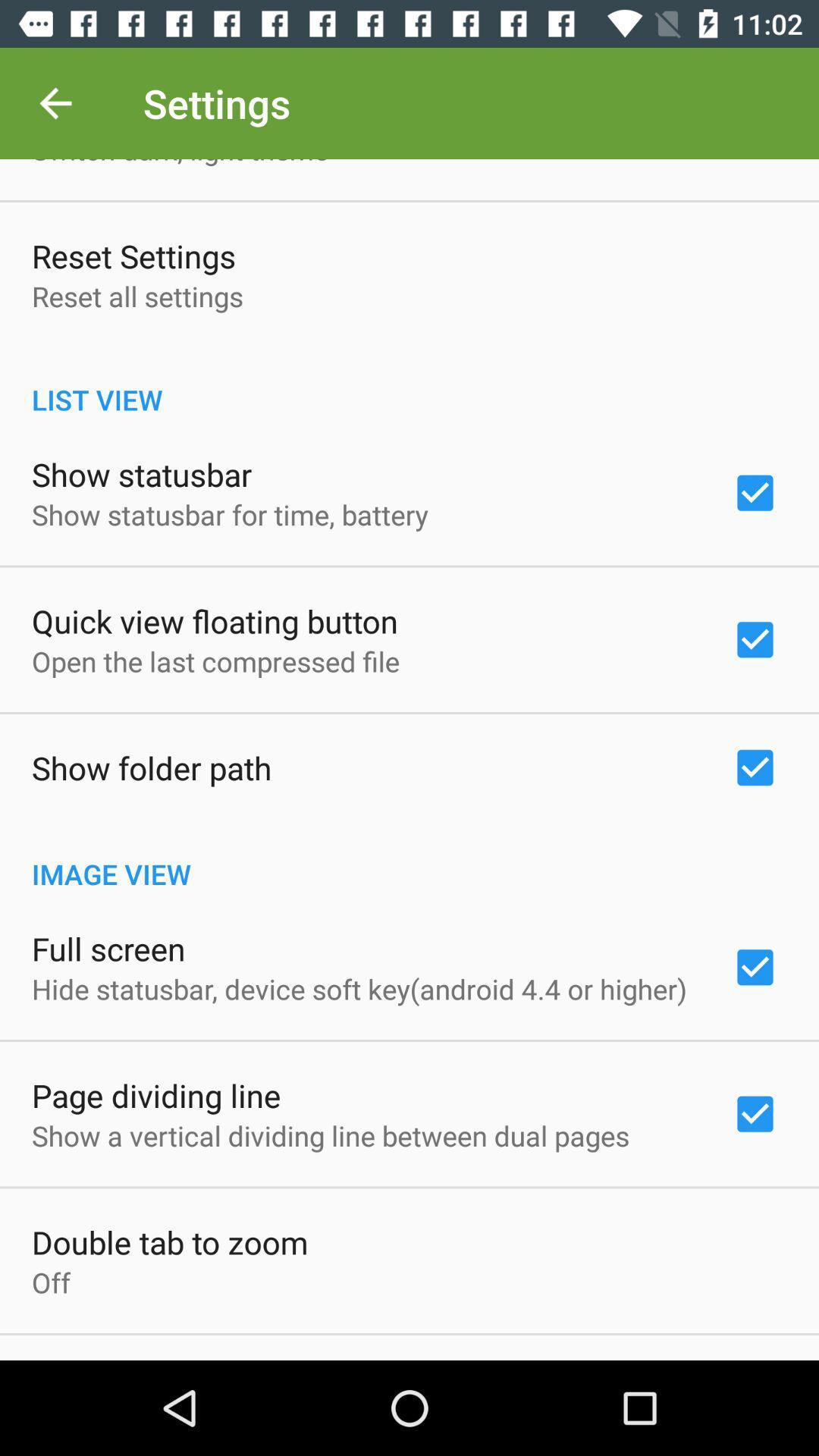 Image resolution: width=819 pixels, height=1456 pixels. What do you see at coordinates (409, 858) in the screenshot?
I see `icon above the full screen item` at bounding box center [409, 858].